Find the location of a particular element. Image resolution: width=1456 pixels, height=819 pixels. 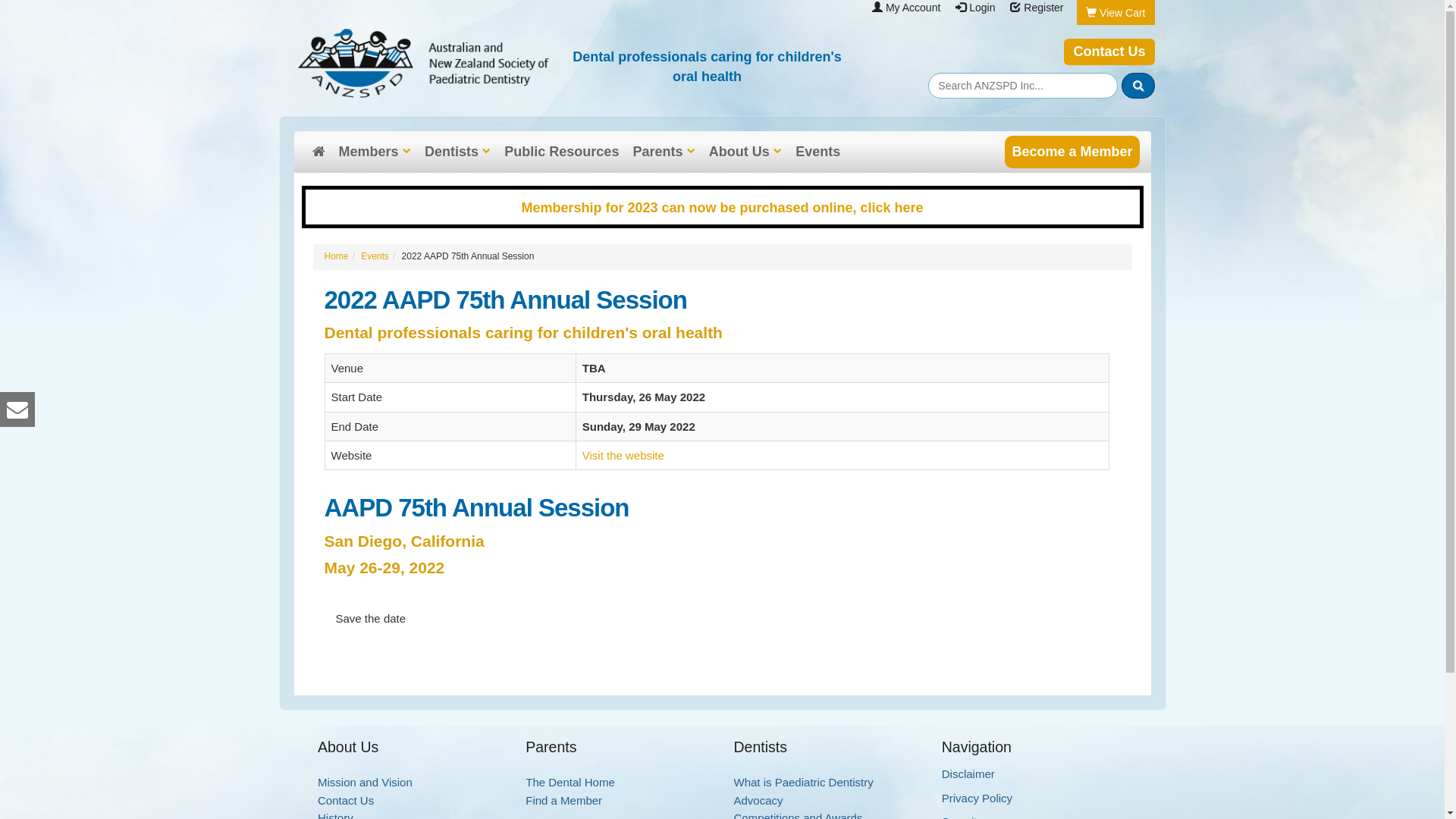

'Events' is located at coordinates (817, 152).